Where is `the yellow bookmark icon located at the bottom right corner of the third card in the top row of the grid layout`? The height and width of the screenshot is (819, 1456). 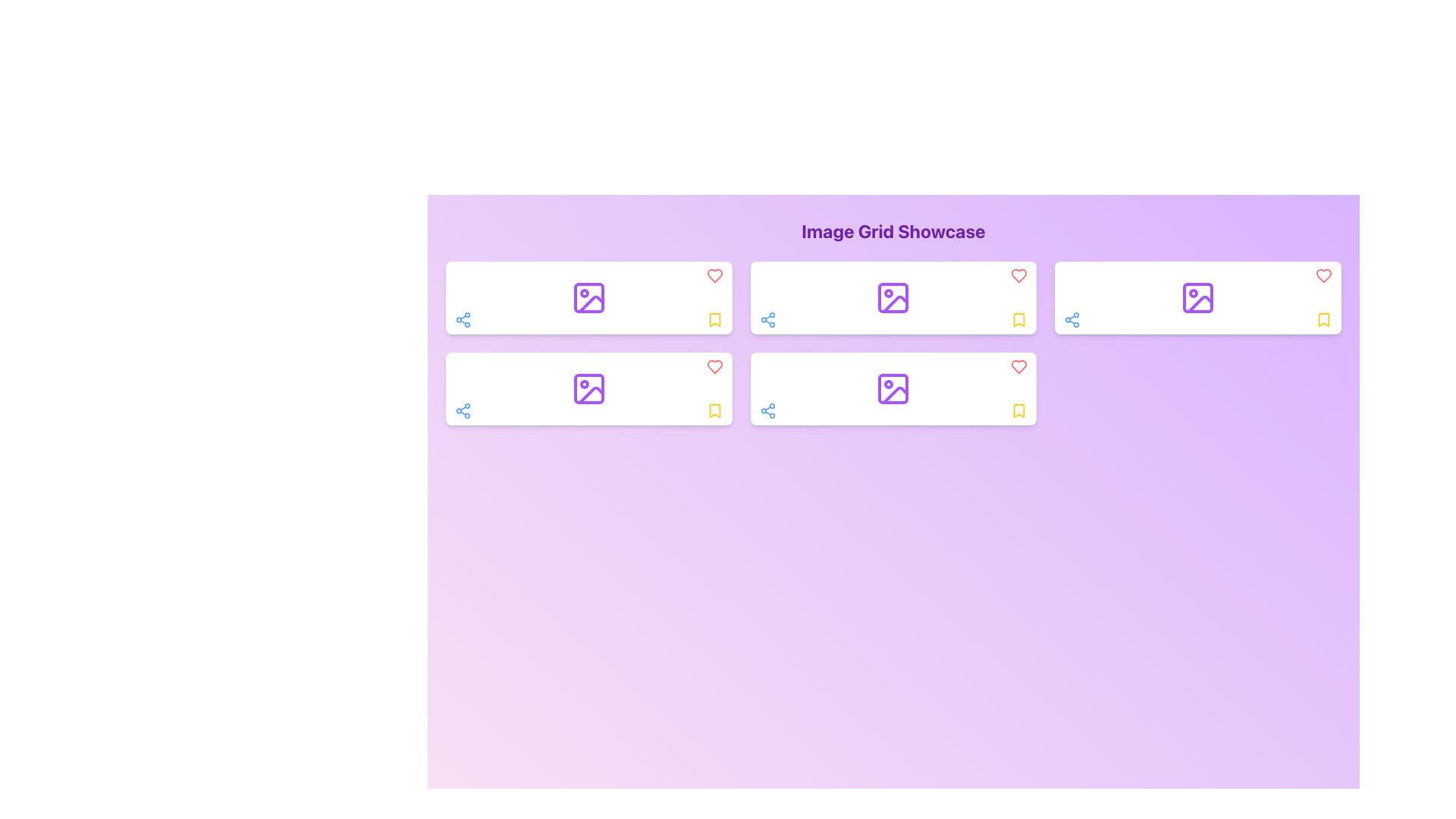 the yellow bookmark icon located at the bottom right corner of the third card in the top row of the grid layout is located at coordinates (1019, 411).